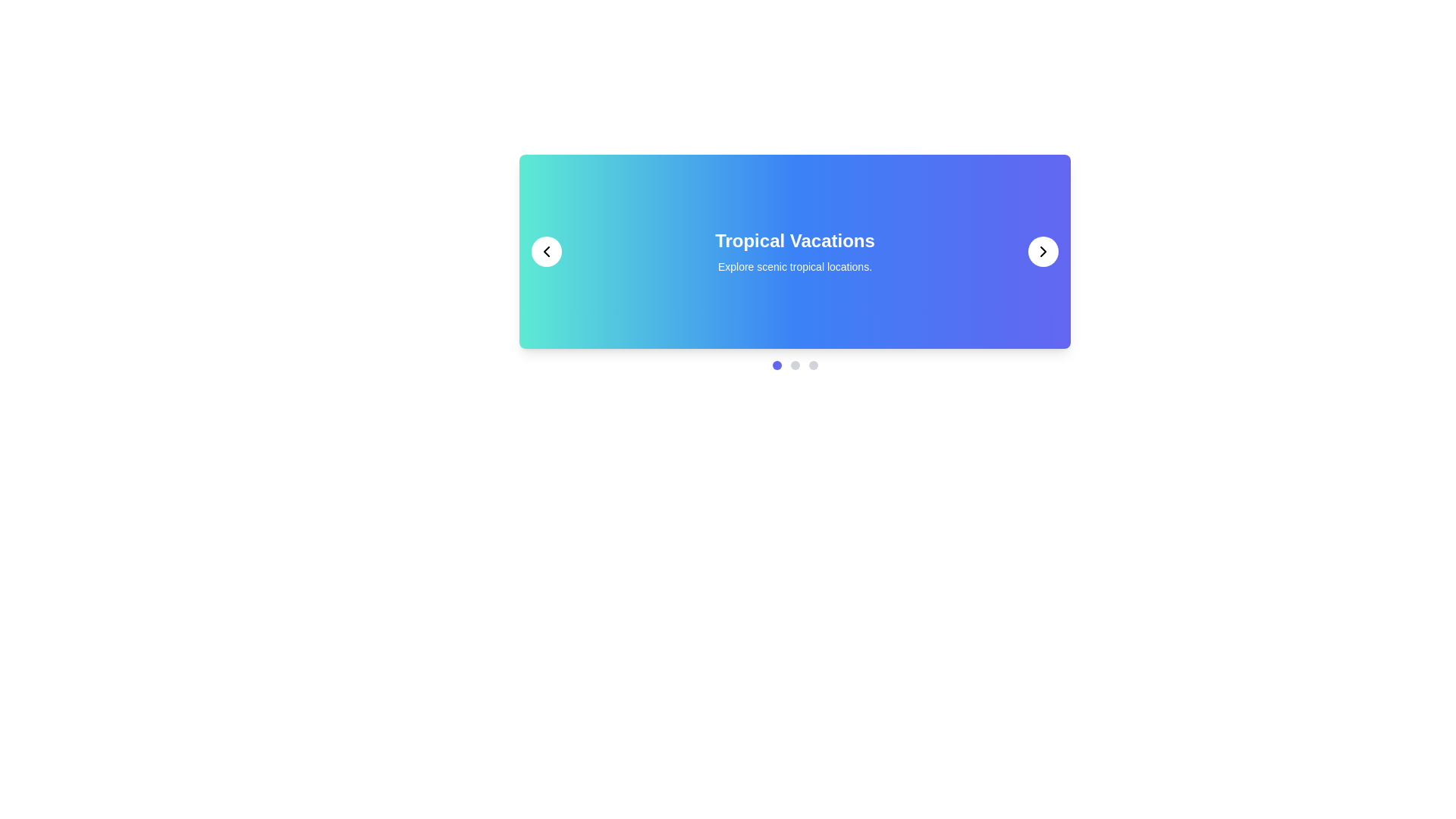  I want to click on the chevron icon within the circular button on the left side of the 'Tropical Vacations' card, so click(546, 250).